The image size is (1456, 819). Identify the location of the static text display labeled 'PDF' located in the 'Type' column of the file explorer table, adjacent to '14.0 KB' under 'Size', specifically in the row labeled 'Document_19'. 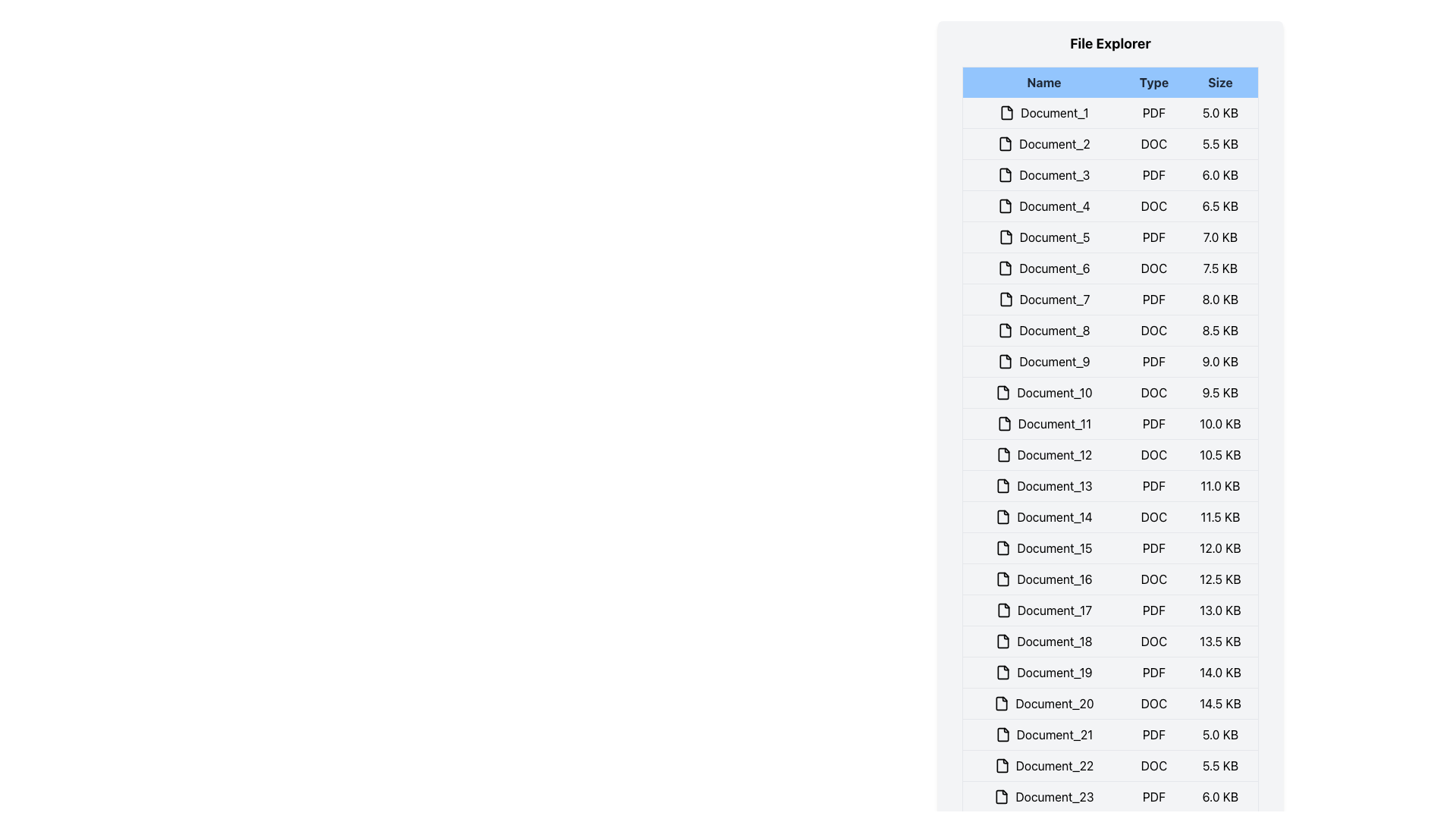
(1153, 672).